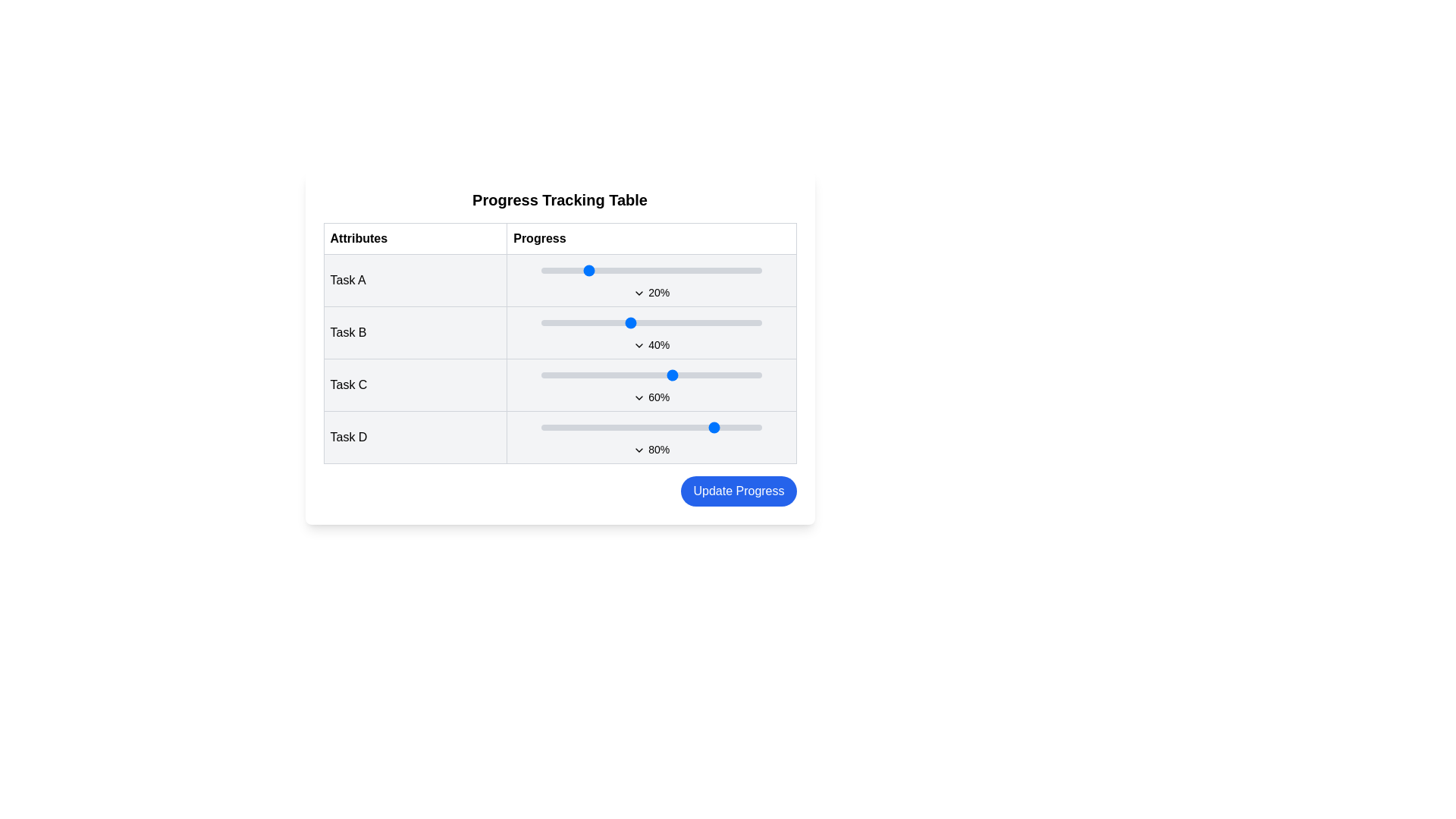 The width and height of the screenshot is (1456, 819). Describe the element at coordinates (576, 427) in the screenshot. I see `progress for Task D` at that location.